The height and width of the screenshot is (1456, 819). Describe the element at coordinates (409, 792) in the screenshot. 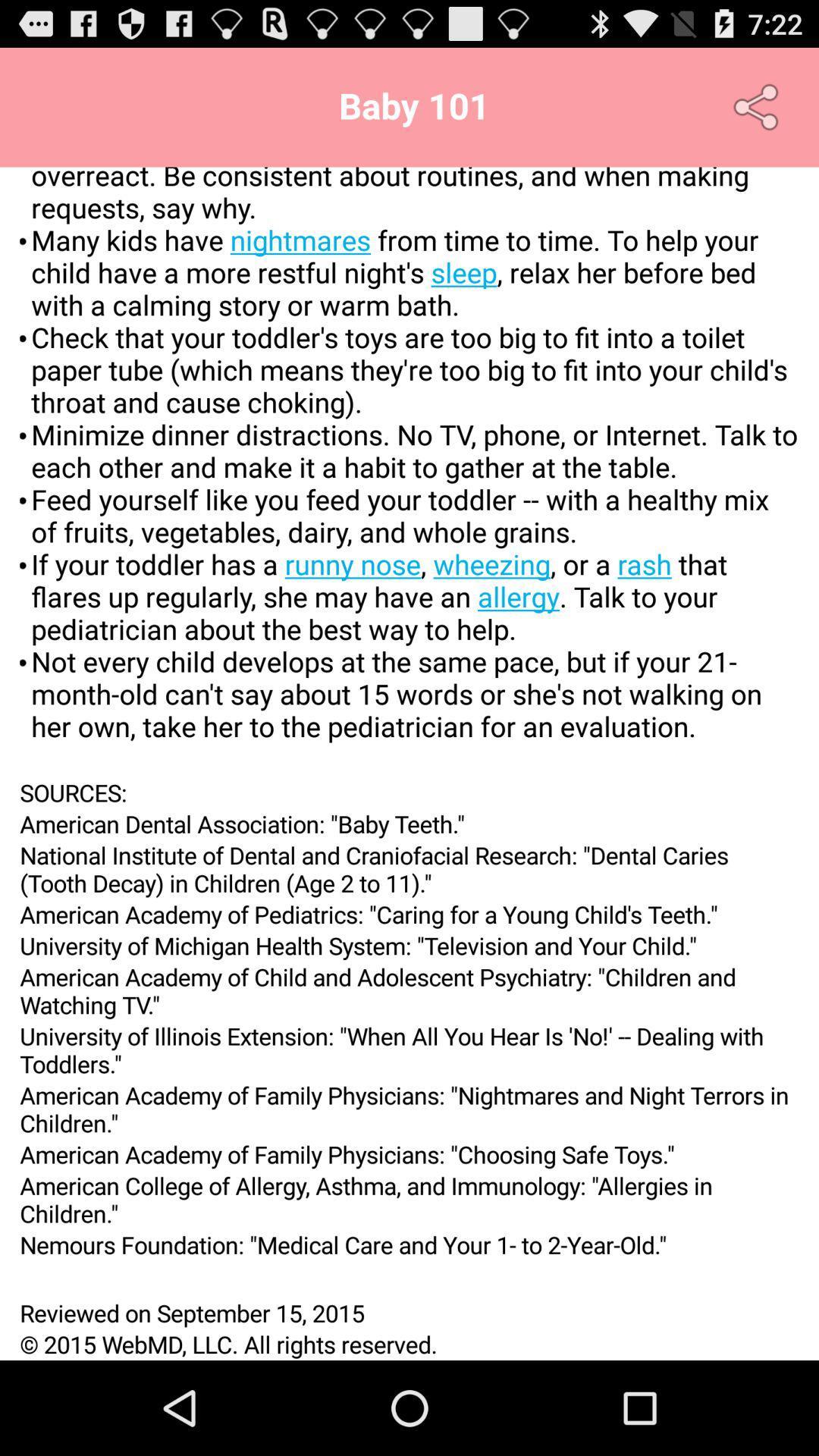

I see `app below month 21 tips item` at that location.